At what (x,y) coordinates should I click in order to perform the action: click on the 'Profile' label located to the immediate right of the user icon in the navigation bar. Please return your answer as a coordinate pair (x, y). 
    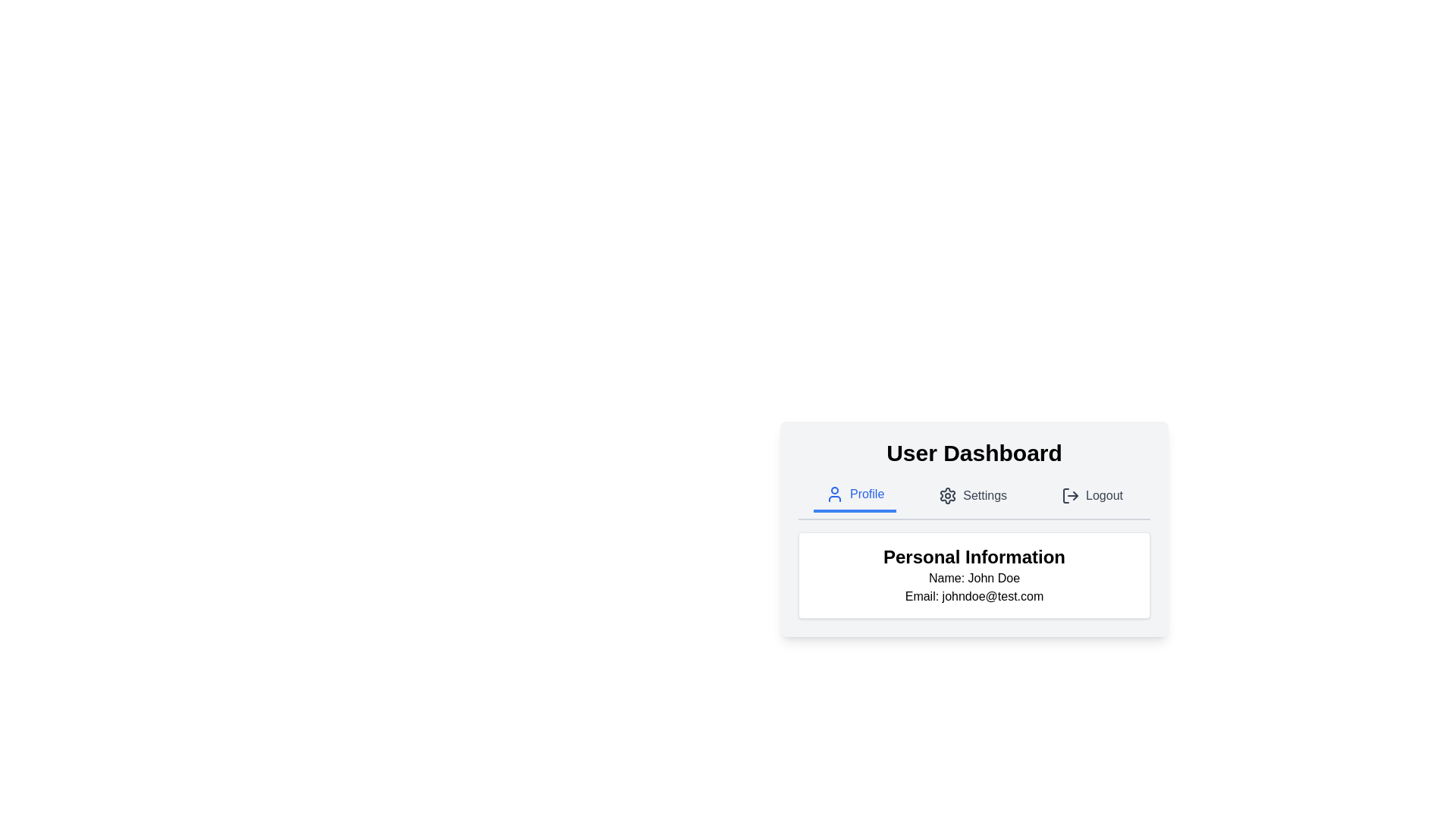
    Looking at the image, I should click on (867, 494).